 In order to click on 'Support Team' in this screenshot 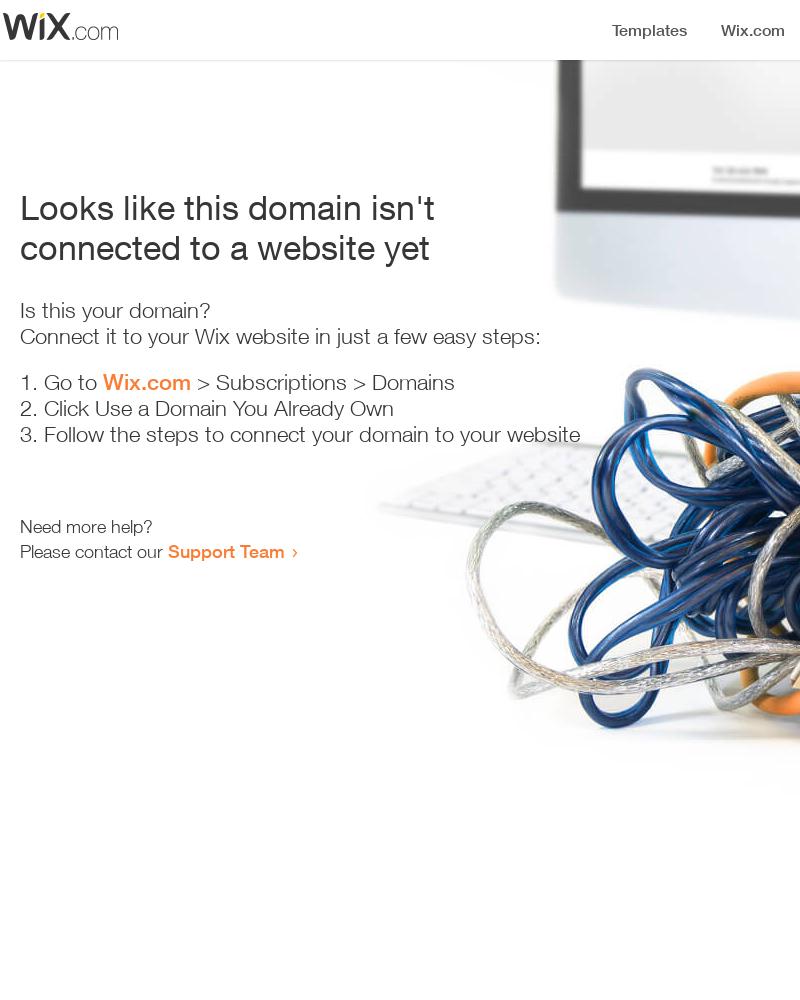, I will do `click(167, 551)`.